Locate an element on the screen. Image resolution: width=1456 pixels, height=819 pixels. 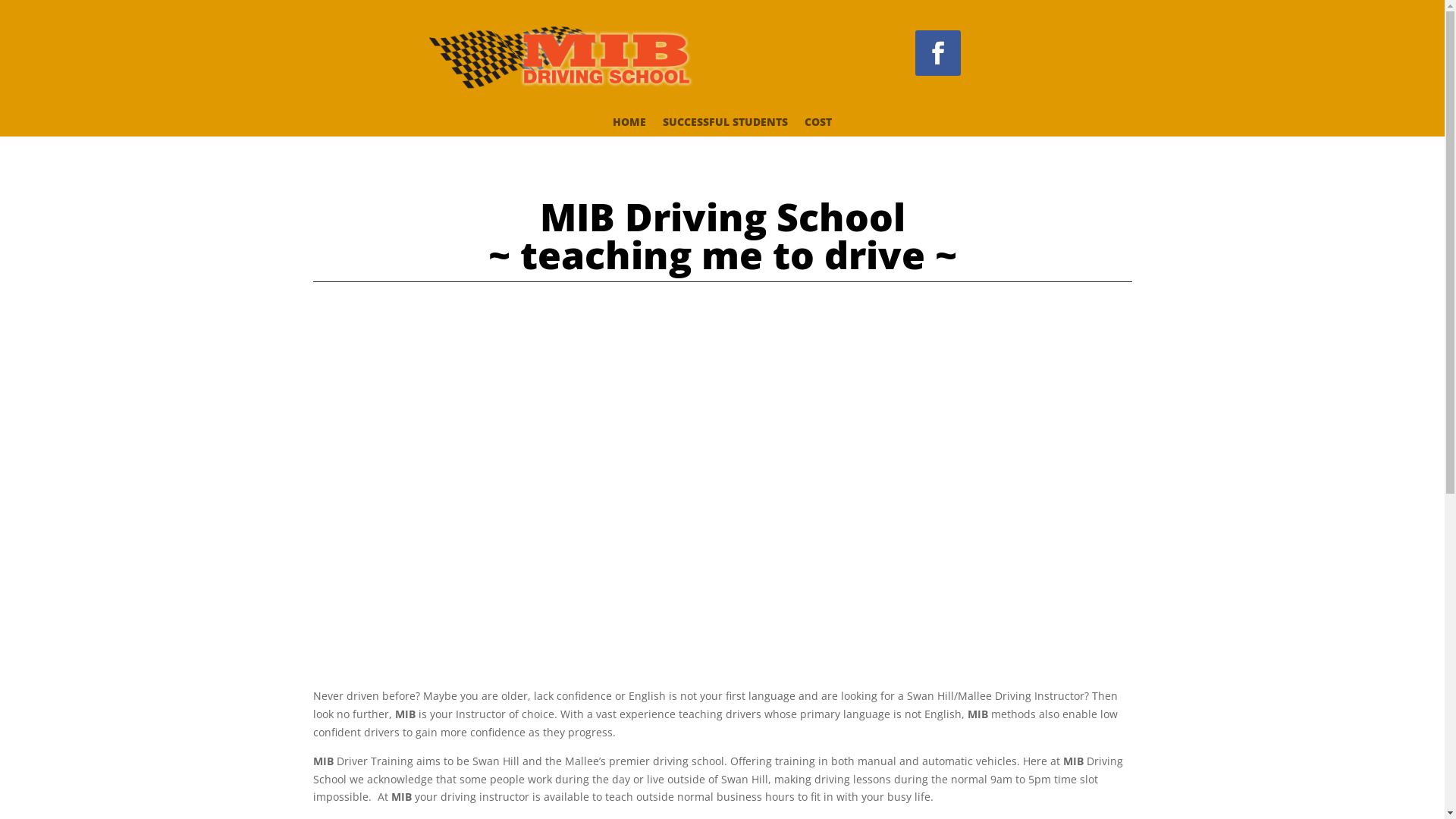
'COST' is located at coordinates (817, 124).